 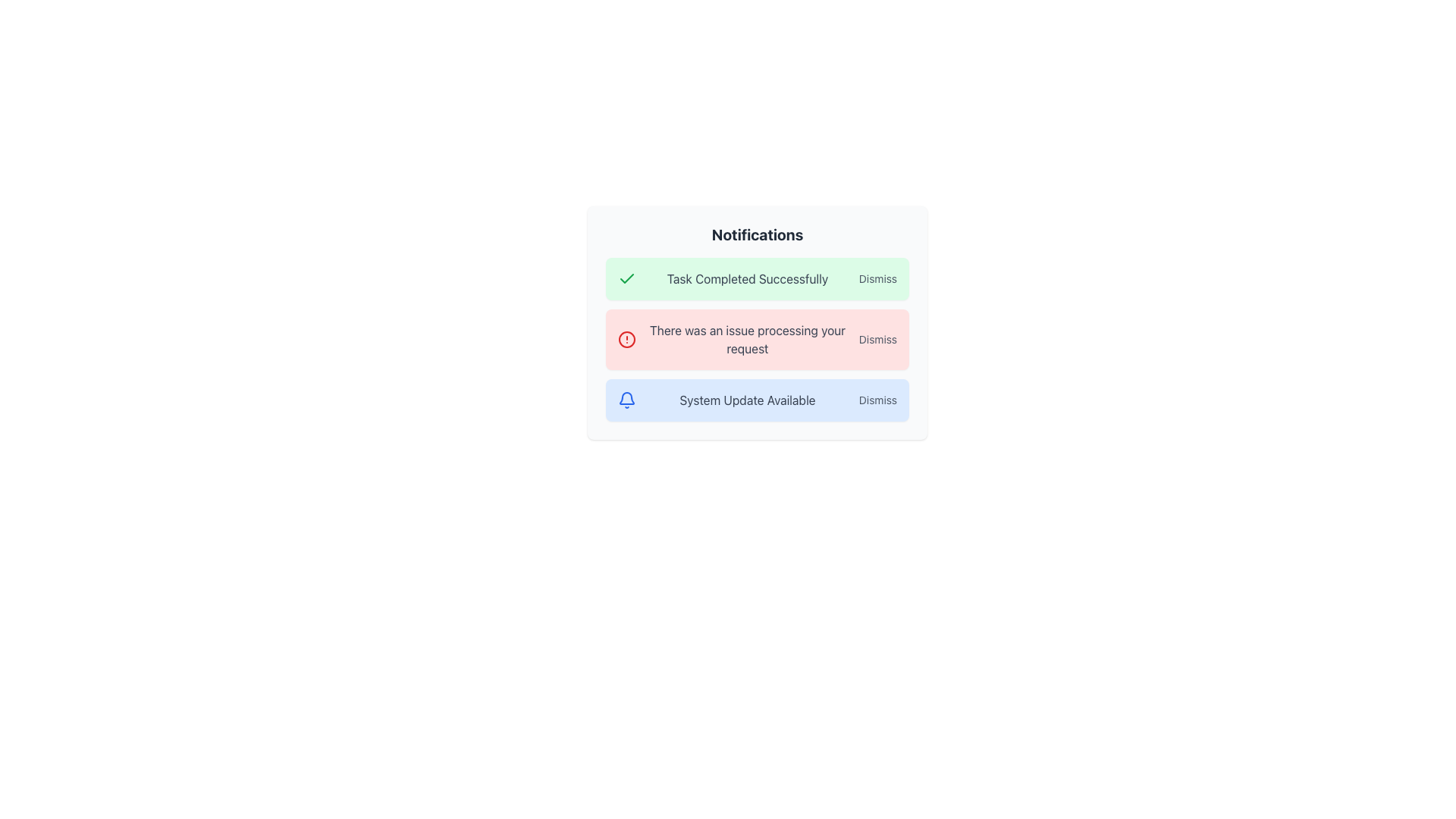 What do you see at coordinates (626, 397) in the screenshot?
I see `the second graphical subcomponent of the notification bell icon, which represents part of the icon used for alerts or updates` at bounding box center [626, 397].